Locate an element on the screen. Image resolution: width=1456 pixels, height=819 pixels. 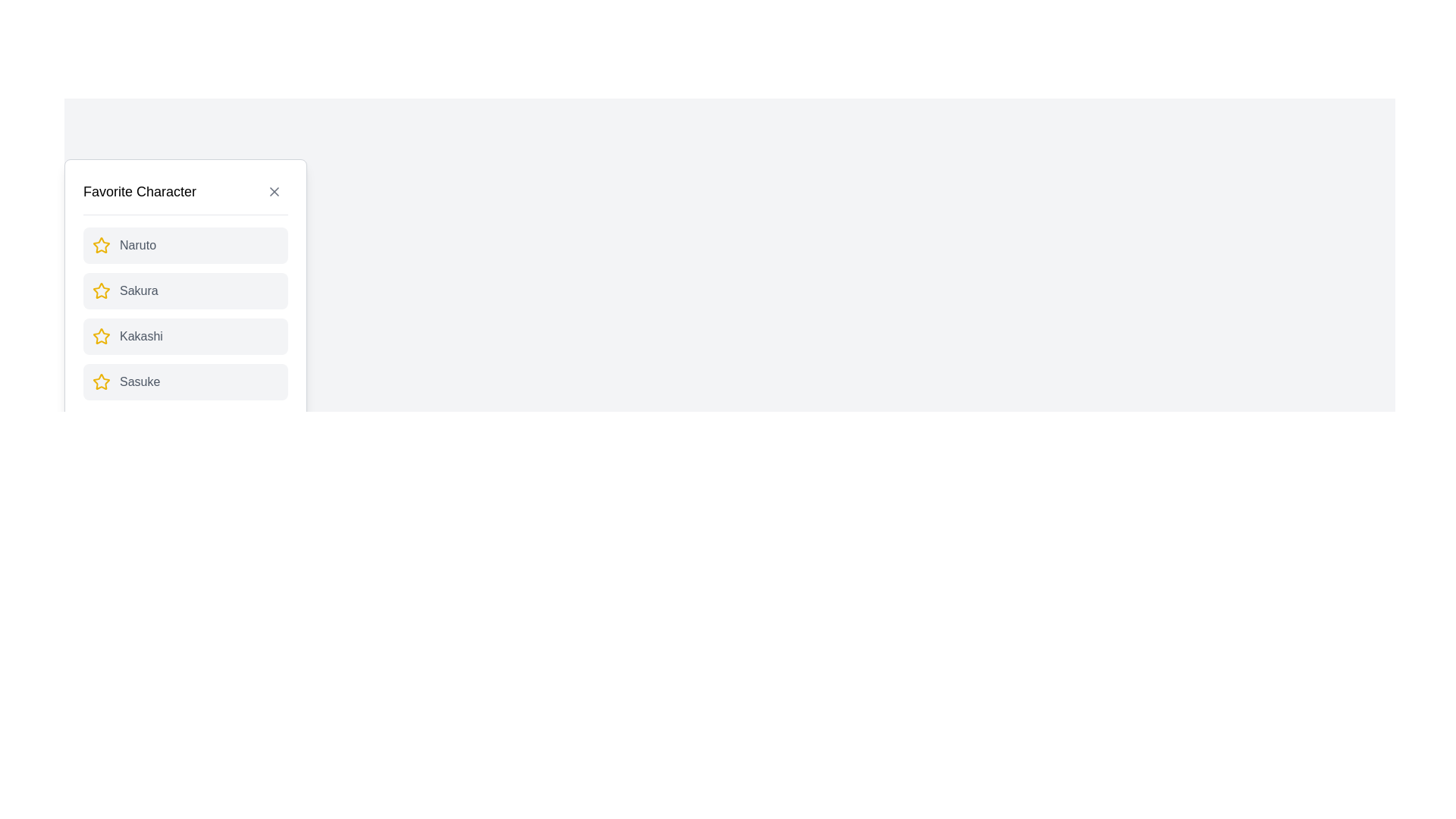
the 'Kakashi' button, which is the third button in the 'Favorite Character' list is located at coordinates (184, 335).